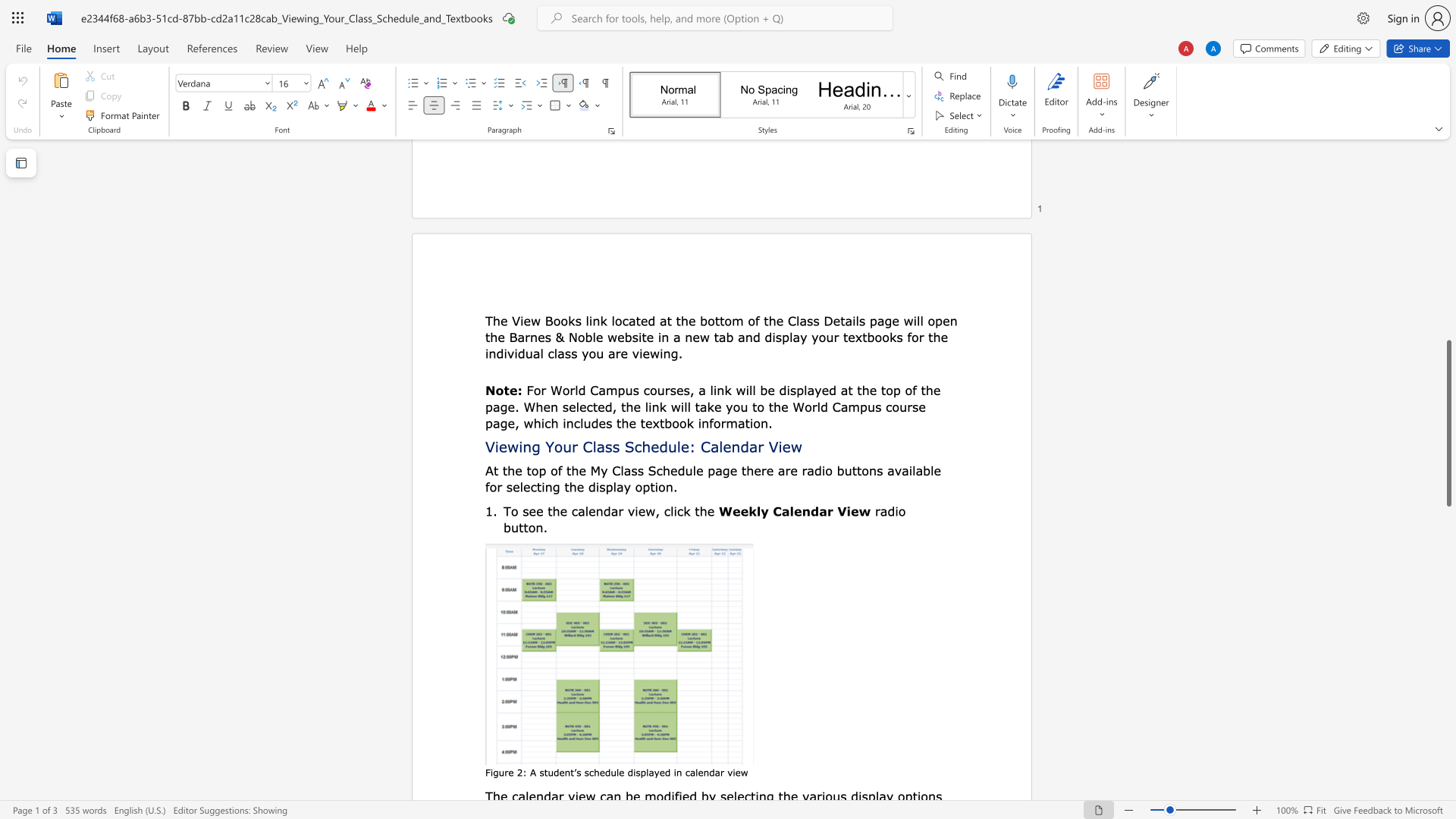 This screenshot has height=819, width=1456. Describe the element at coordinates (1448, 256) in the screenshot. I see `the scrollbar to move the content higher` at that location.